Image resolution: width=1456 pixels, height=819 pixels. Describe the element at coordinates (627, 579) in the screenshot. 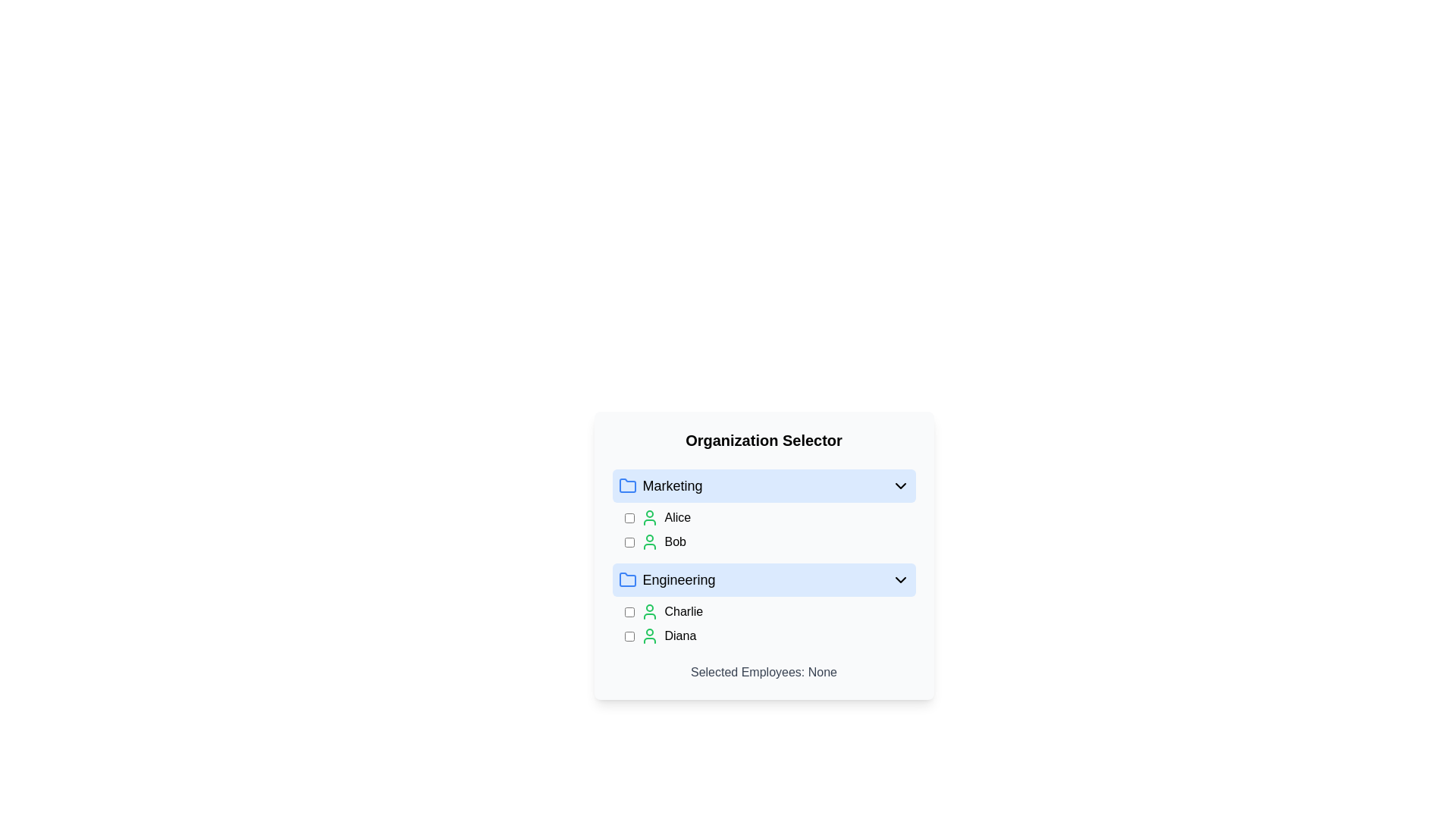

I see `the second folder icon with a blue outline in the 'Organization Selector' list, located to the left of the 'Engineering' label` at that location.